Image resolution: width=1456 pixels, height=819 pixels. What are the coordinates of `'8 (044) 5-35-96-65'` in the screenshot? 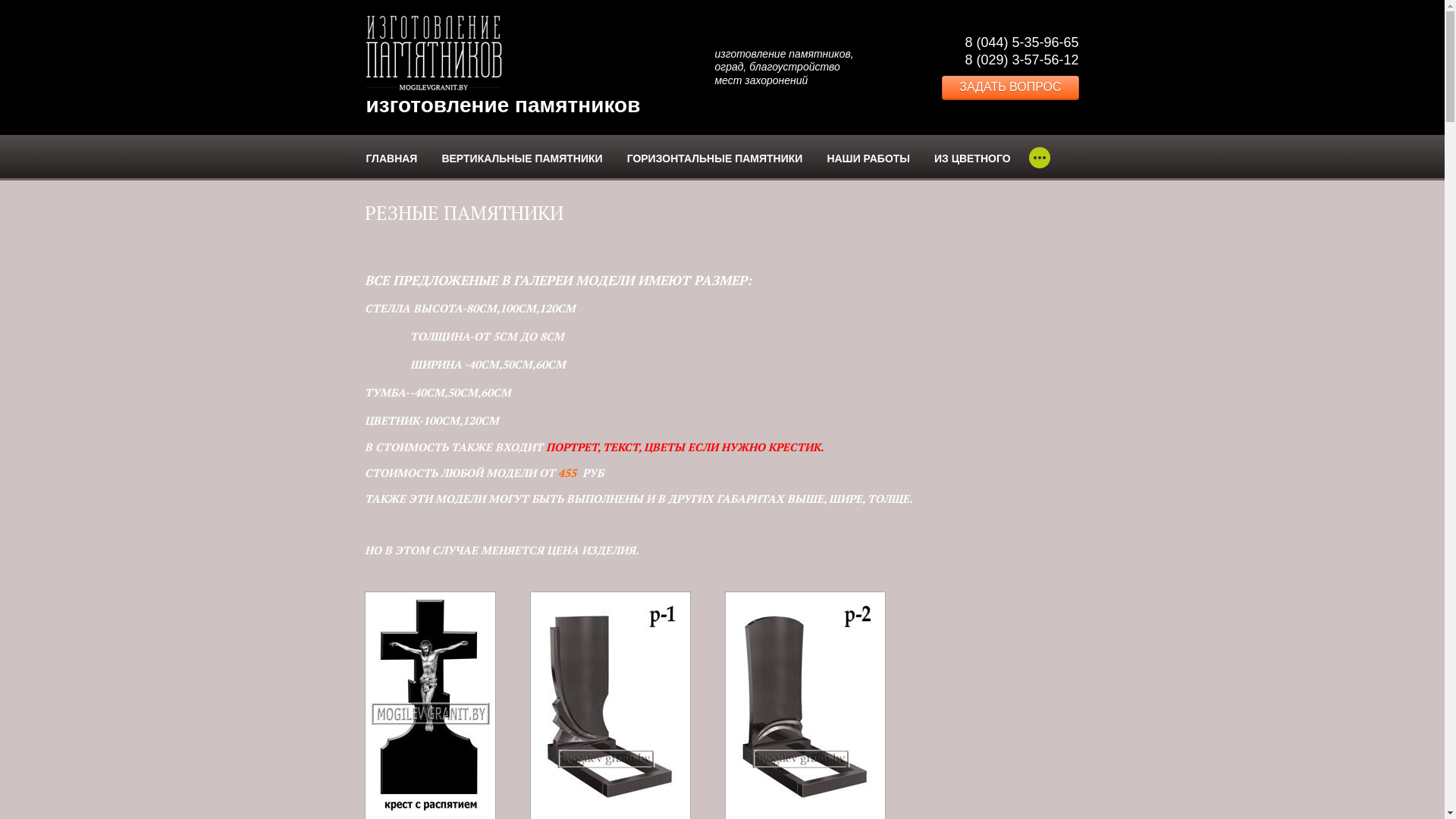 It's located at (1021, 42).